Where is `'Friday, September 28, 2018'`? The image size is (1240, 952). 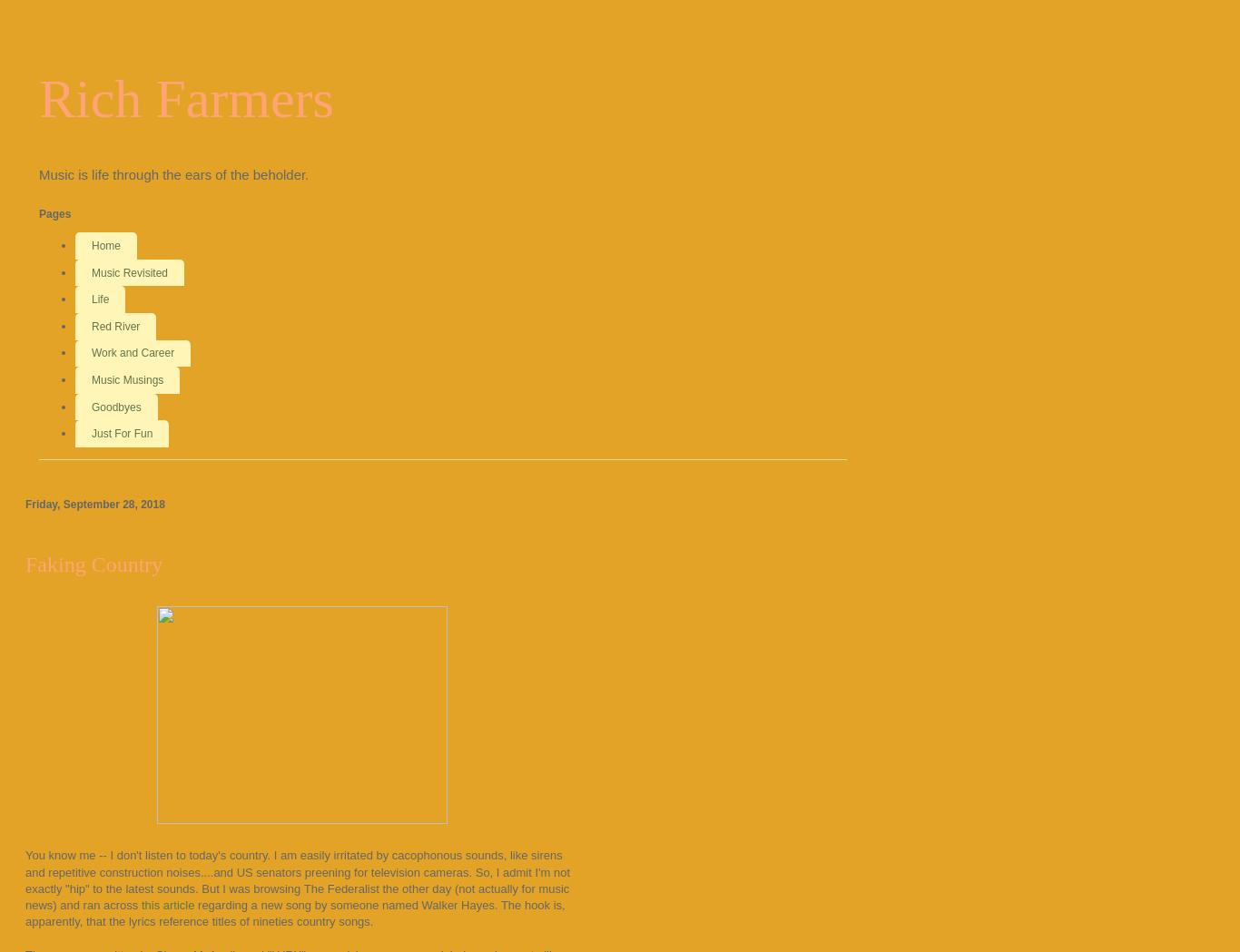
'Friday, September 28, 2018' is located at coordinates (94, 504).